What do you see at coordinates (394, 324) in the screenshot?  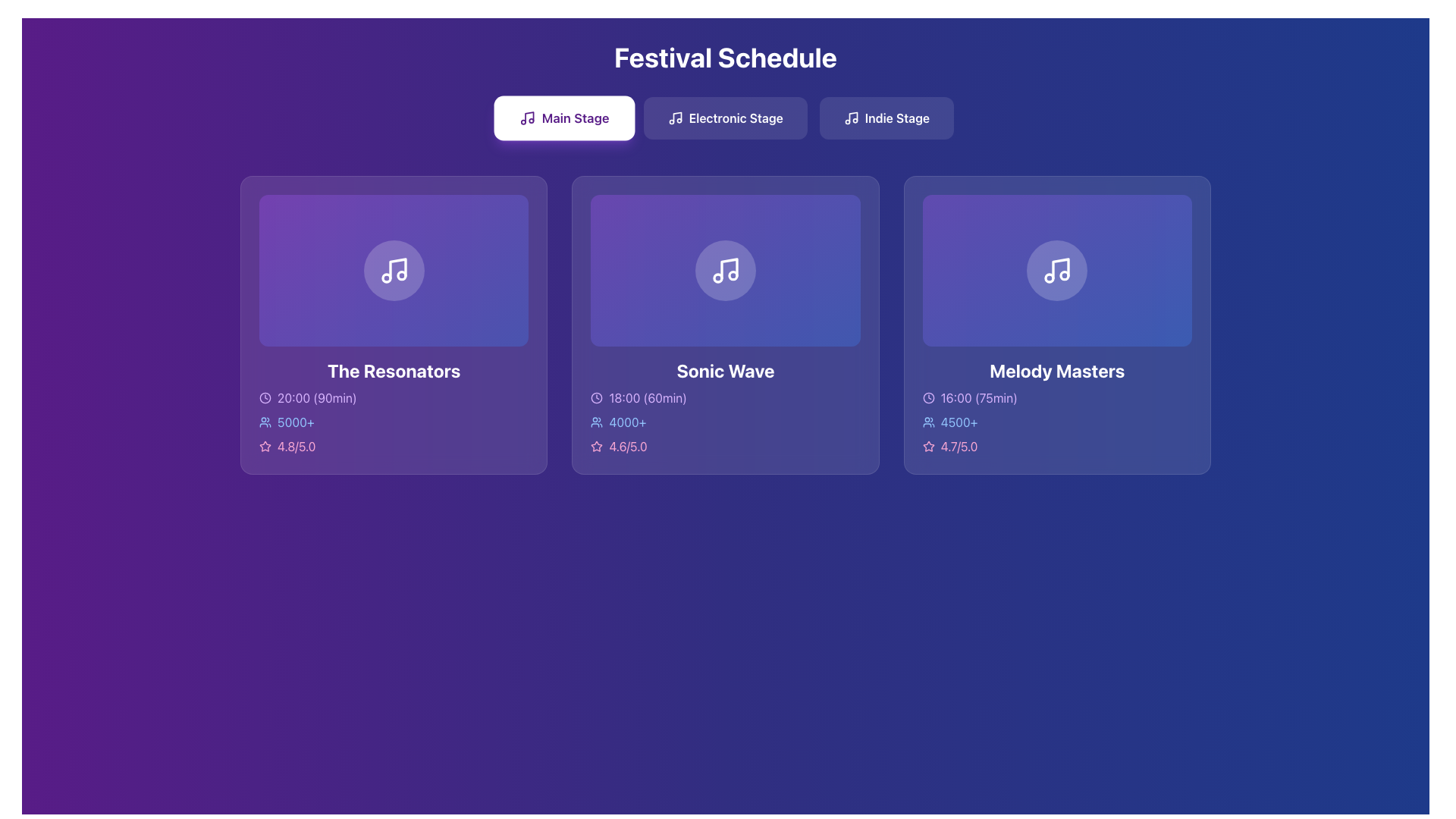 I see `the leftmost card in the grid layout representing a music event schedule` at bounding box center [394, 324].